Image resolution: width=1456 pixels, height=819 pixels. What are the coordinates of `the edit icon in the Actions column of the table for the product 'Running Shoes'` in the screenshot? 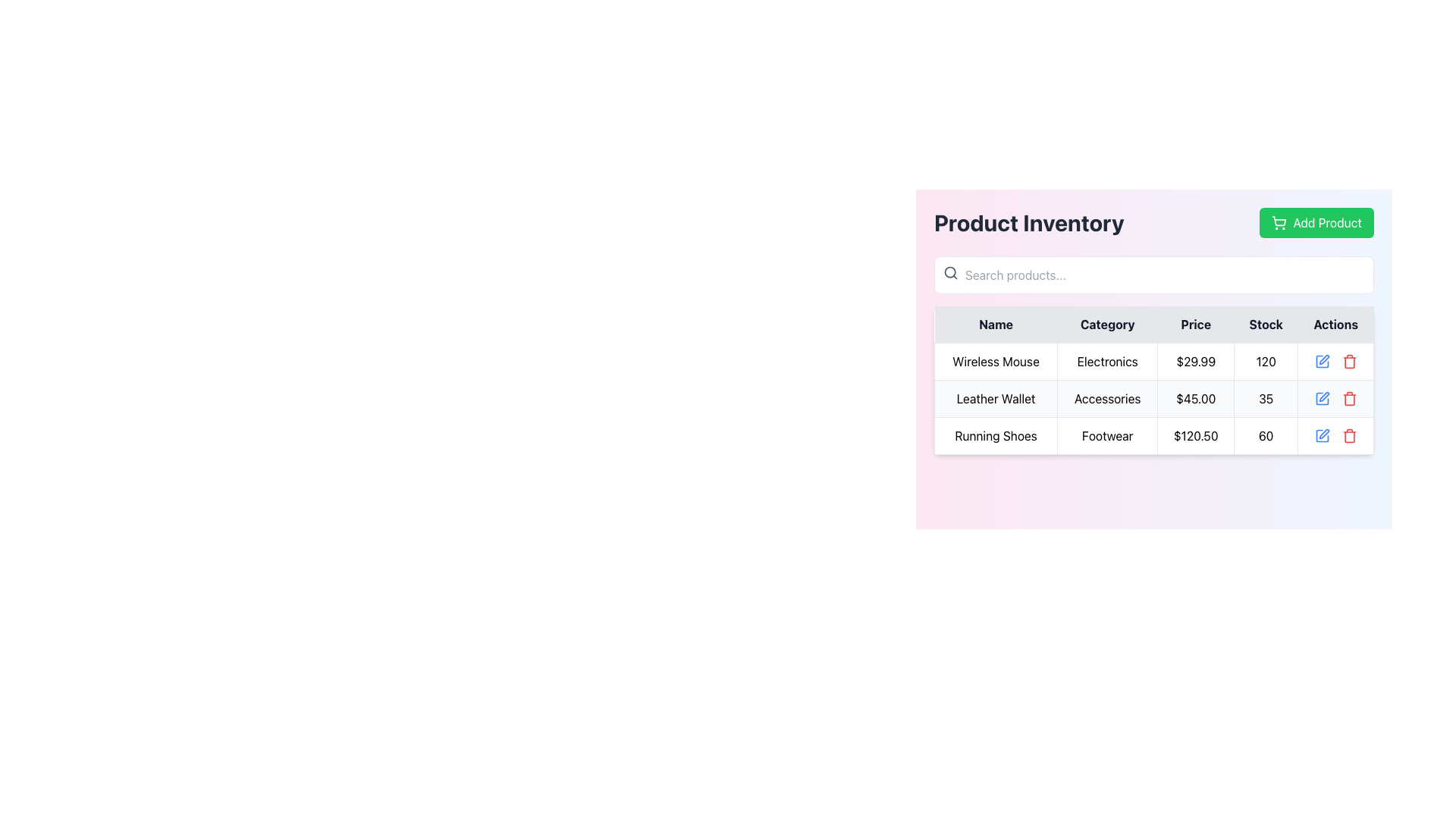 It's located at (1323, 359).